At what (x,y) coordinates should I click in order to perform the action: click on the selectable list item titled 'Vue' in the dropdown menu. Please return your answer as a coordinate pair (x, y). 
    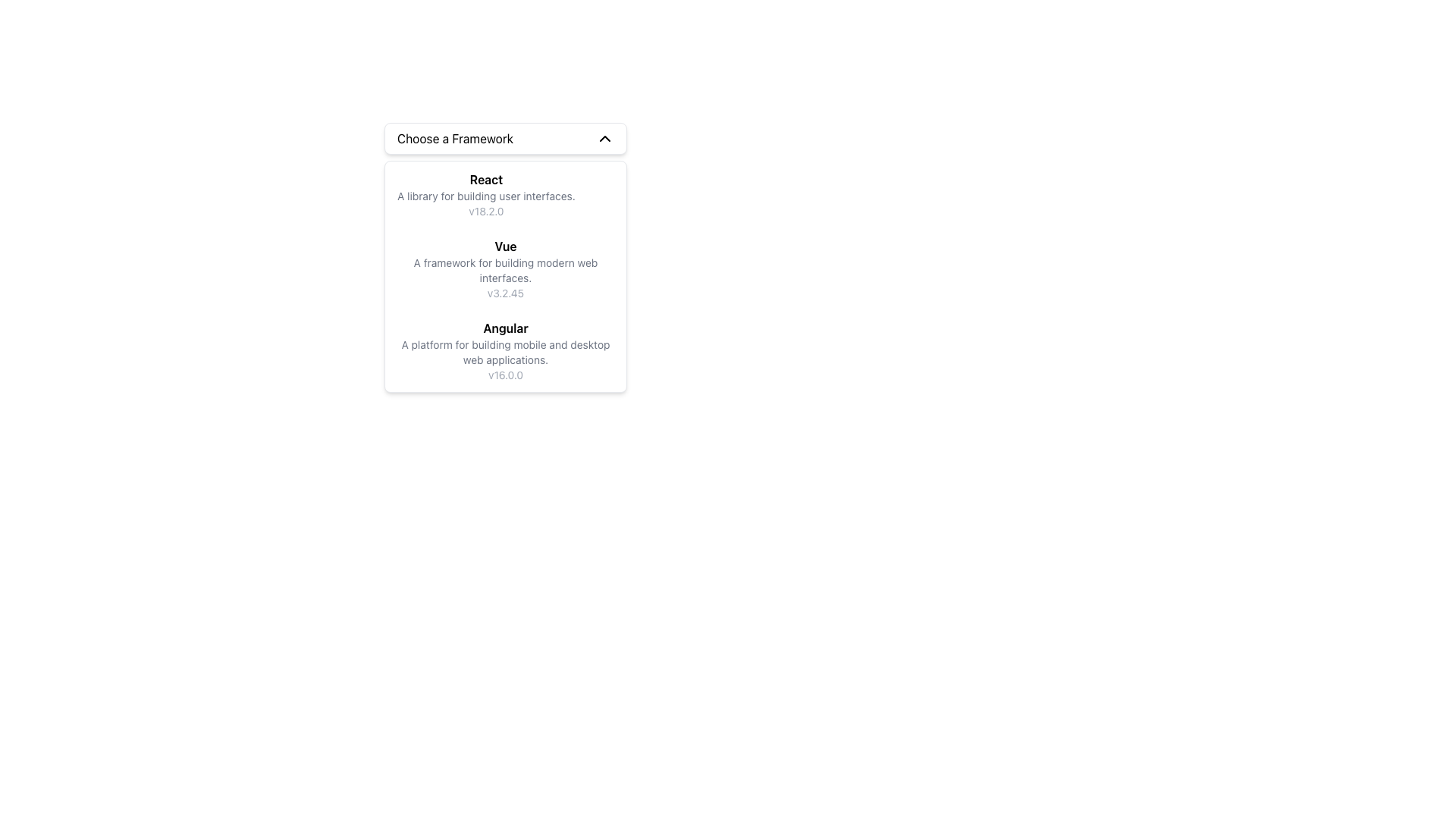
    Looking at the image, I should click on (506, 268).